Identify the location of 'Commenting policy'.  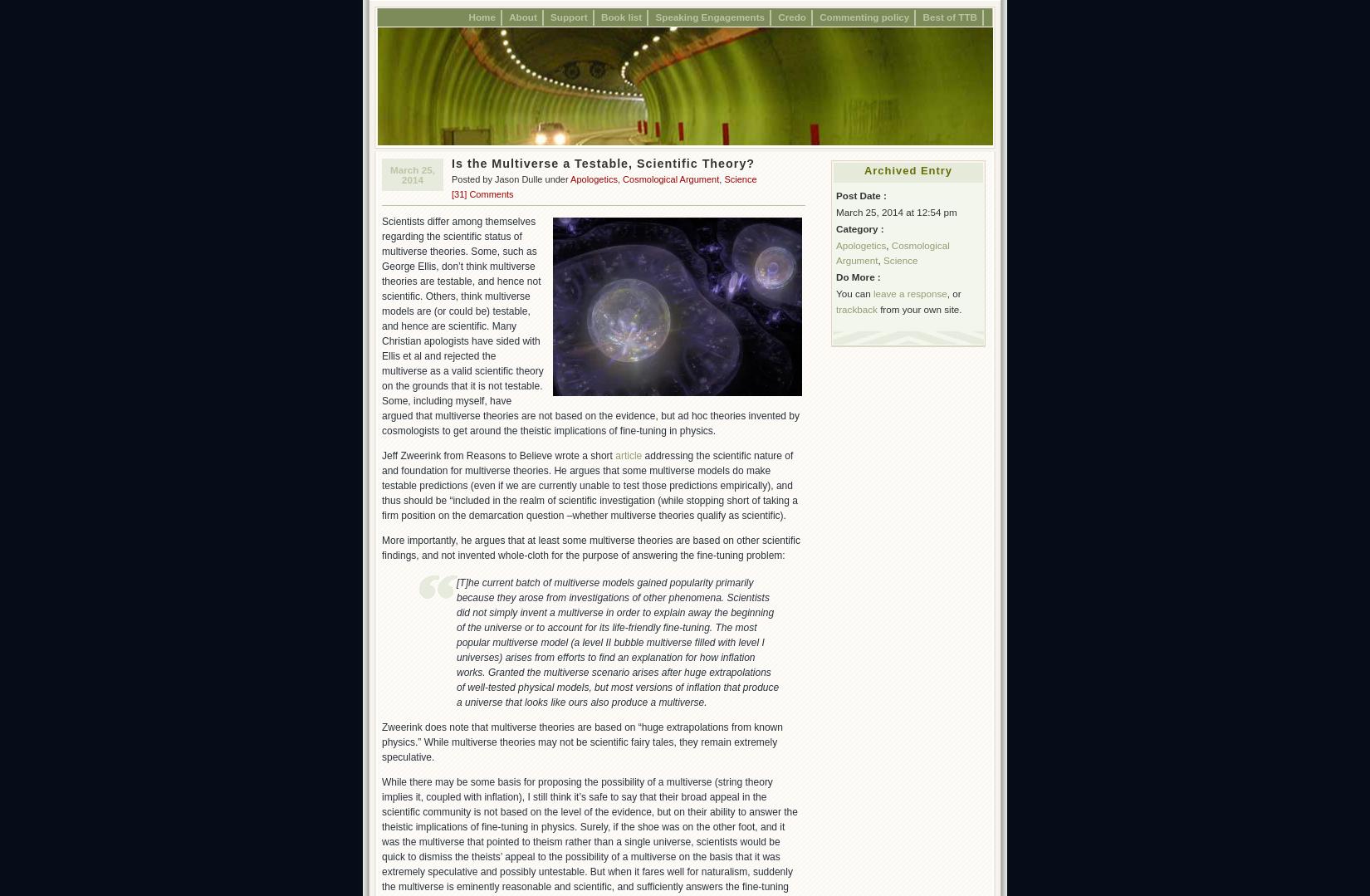
(864, 17).